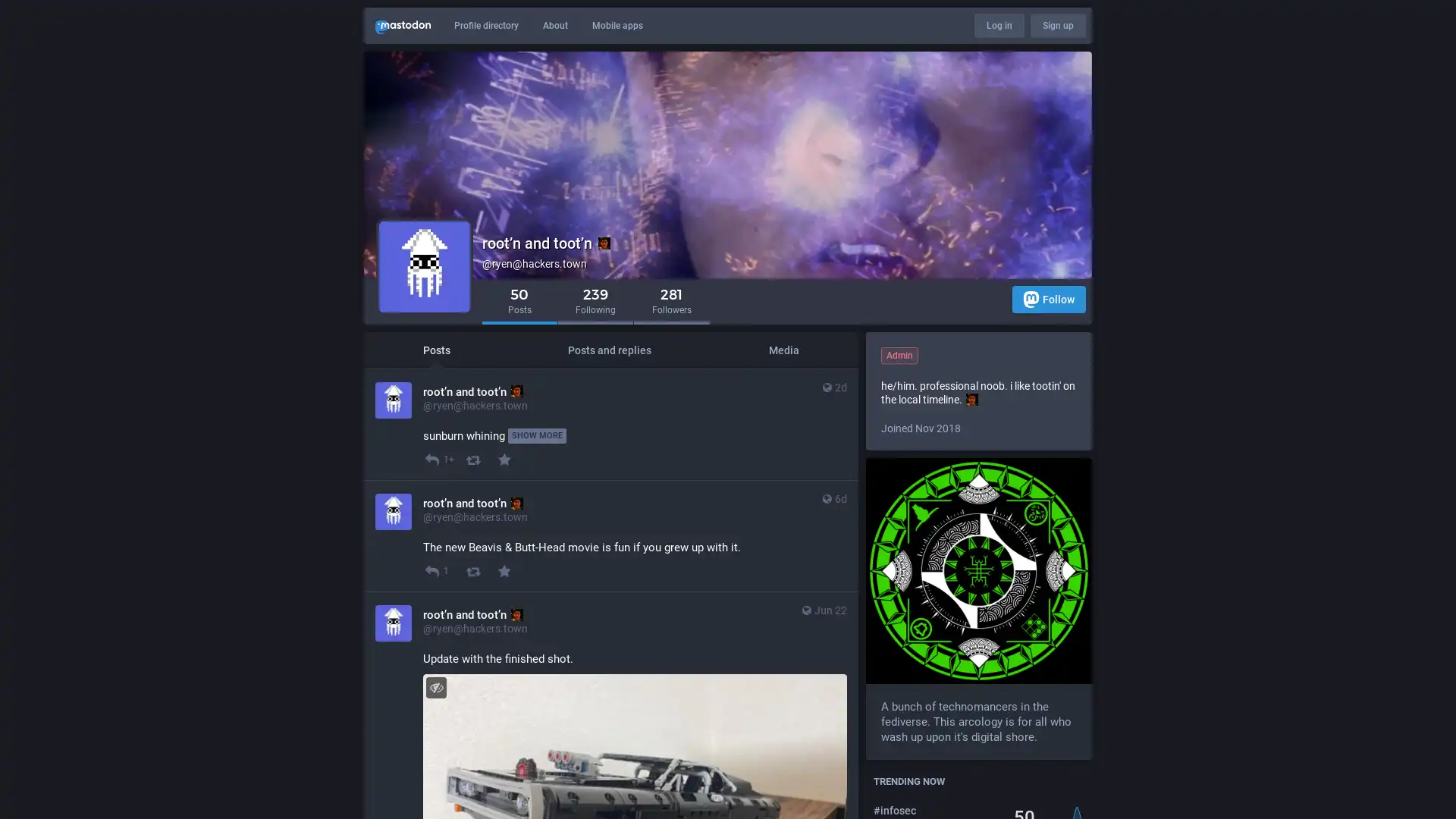 The height and width of the screenshot is (819, 1456). What do you see at coordinates (435, 687) in the screenshot?
I see `Hide image` at bounding box center [435, 687].